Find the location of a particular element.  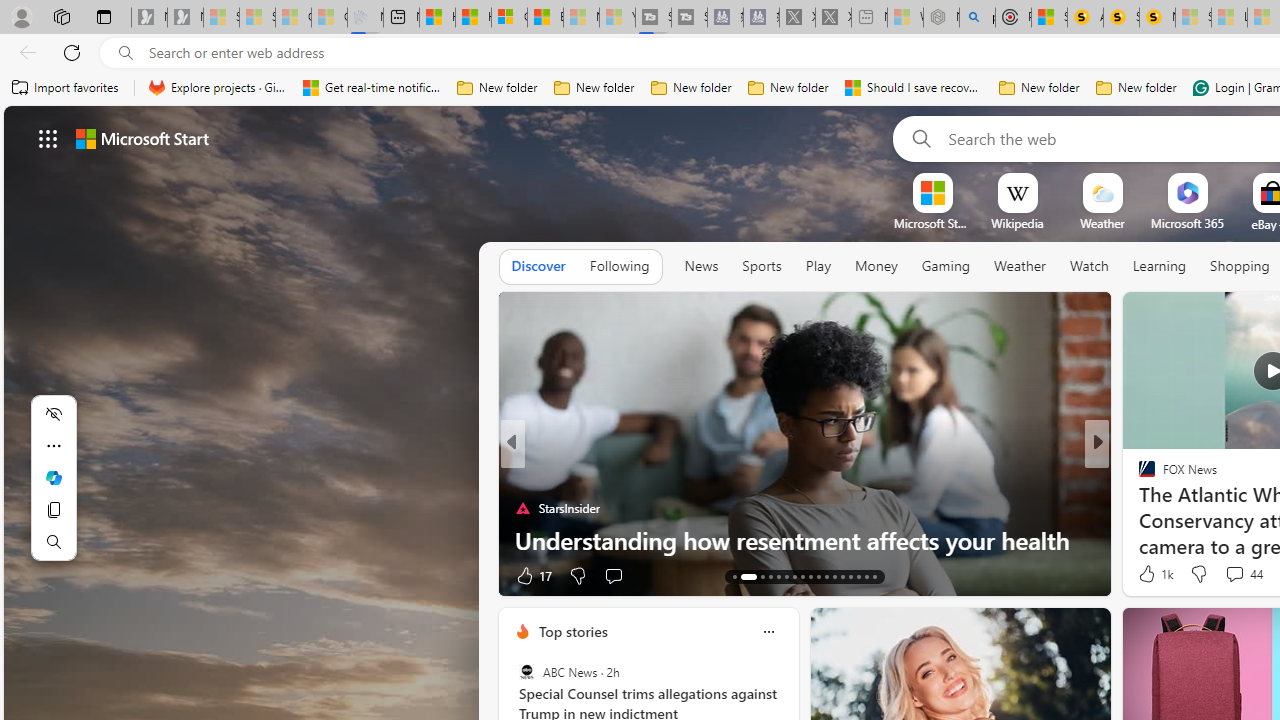

'186 Like' is located at coordinates (1152, 575).